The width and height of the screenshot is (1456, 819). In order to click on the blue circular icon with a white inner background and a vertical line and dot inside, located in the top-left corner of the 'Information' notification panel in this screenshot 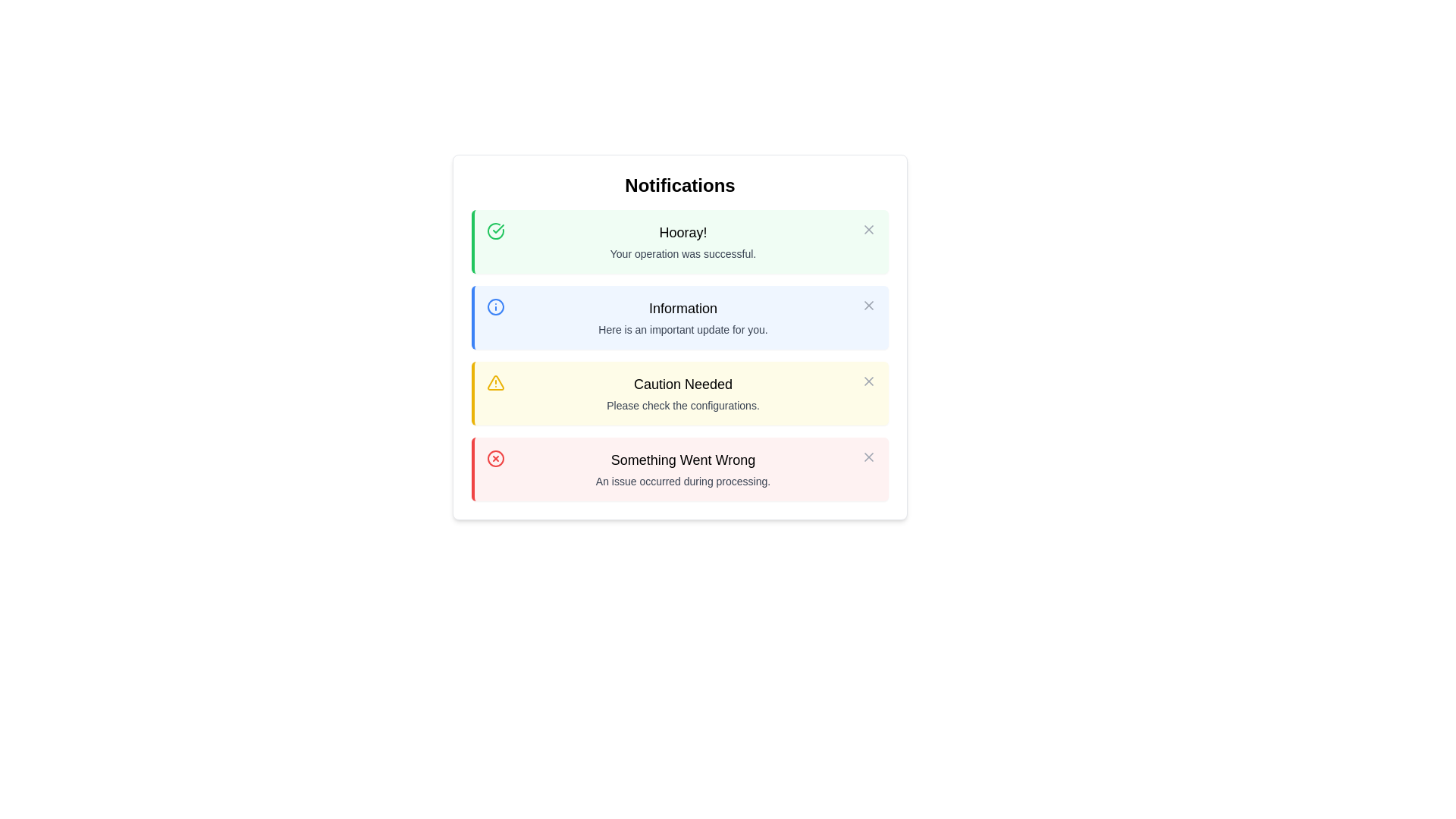, I will do `click(495, 307)`.